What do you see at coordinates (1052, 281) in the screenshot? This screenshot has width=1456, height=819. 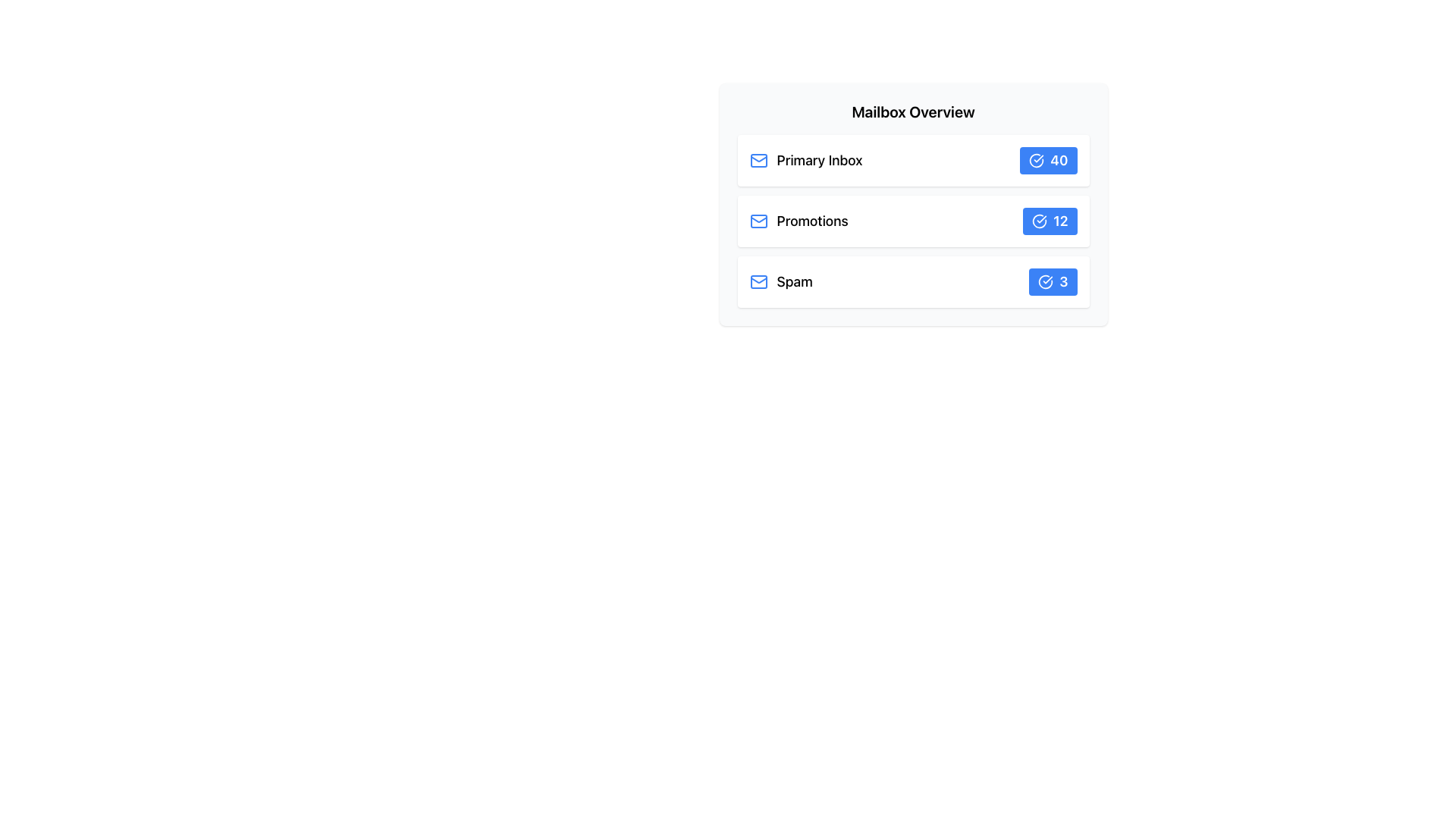 I see `the blue button displaying the number '3' with a circular check icon, located on the right side of the 'Spam' row in the 'Mailbox Overview' panel` at bounding box center [1052, 281].